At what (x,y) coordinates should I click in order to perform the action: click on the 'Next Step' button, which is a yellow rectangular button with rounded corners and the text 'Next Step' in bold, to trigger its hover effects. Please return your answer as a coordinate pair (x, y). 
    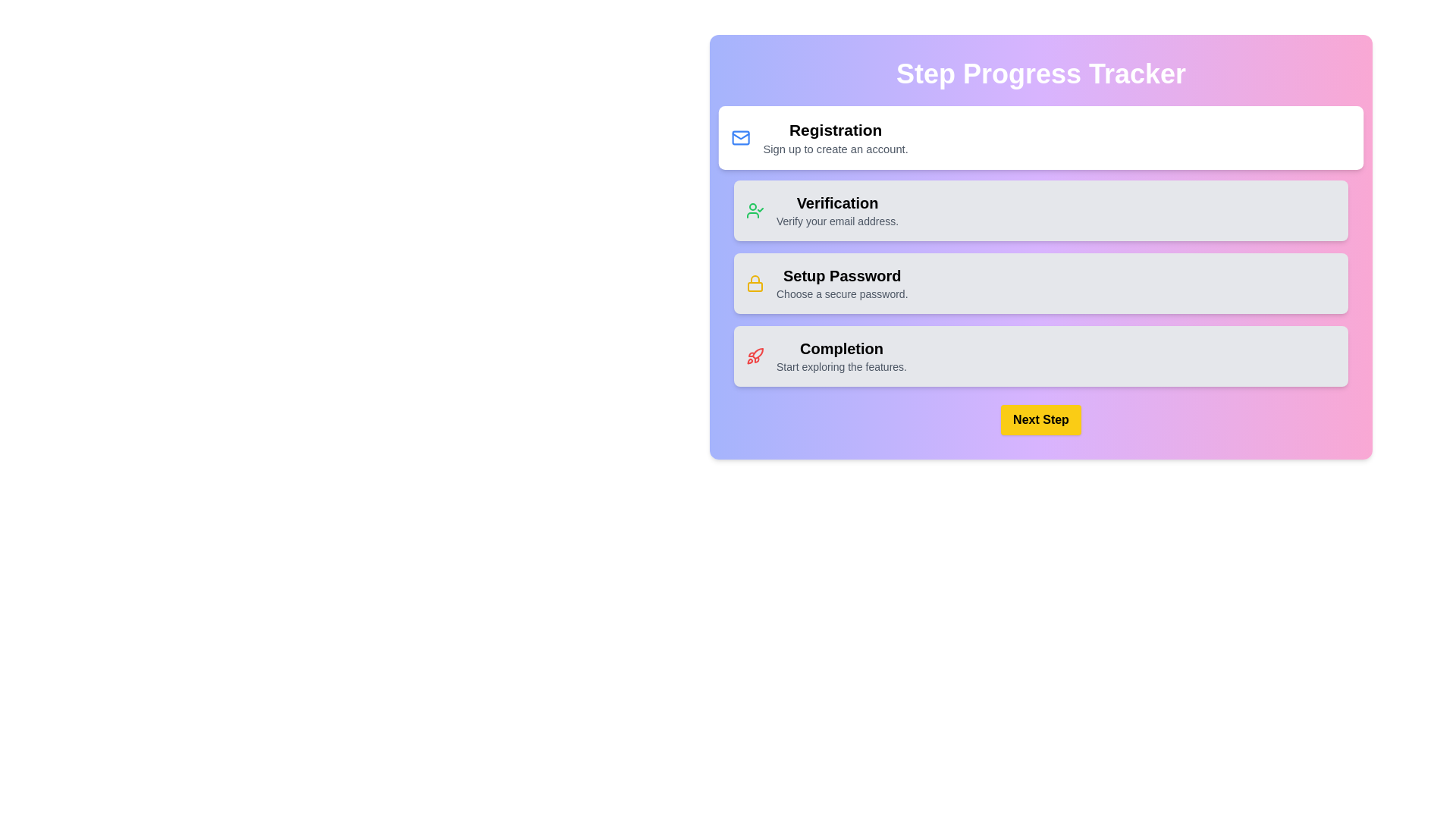
    Looking at the image, I should click on (1040, 420).